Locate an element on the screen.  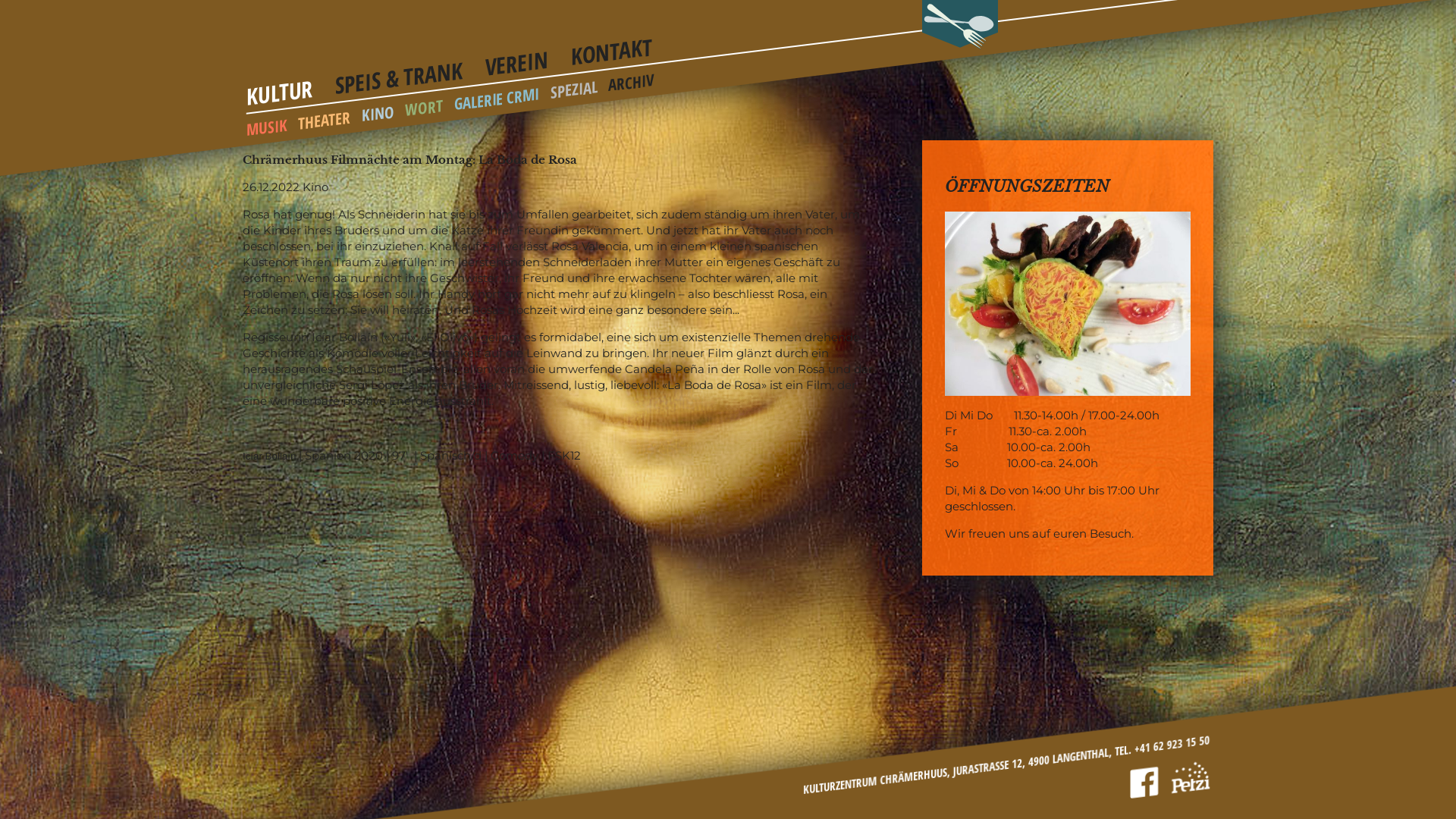
'Vorverkauf' is located at coordinates (1189, 774).